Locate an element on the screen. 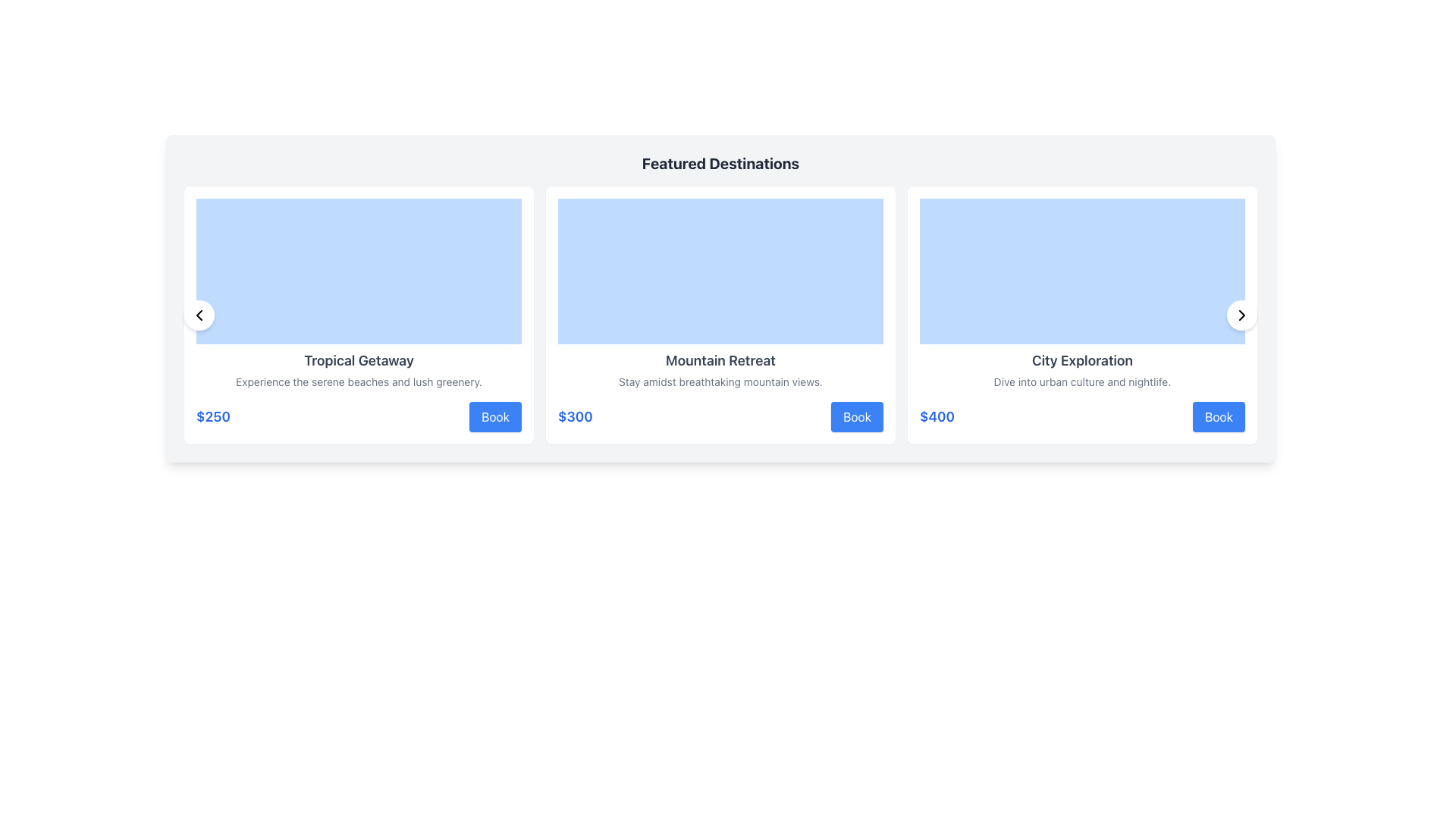 The width and height of the screenshot is (1456, 819). the navigation icon button located at the top left corner of the 'Tropical Getaway' content card is located at coordinates (199, 315).